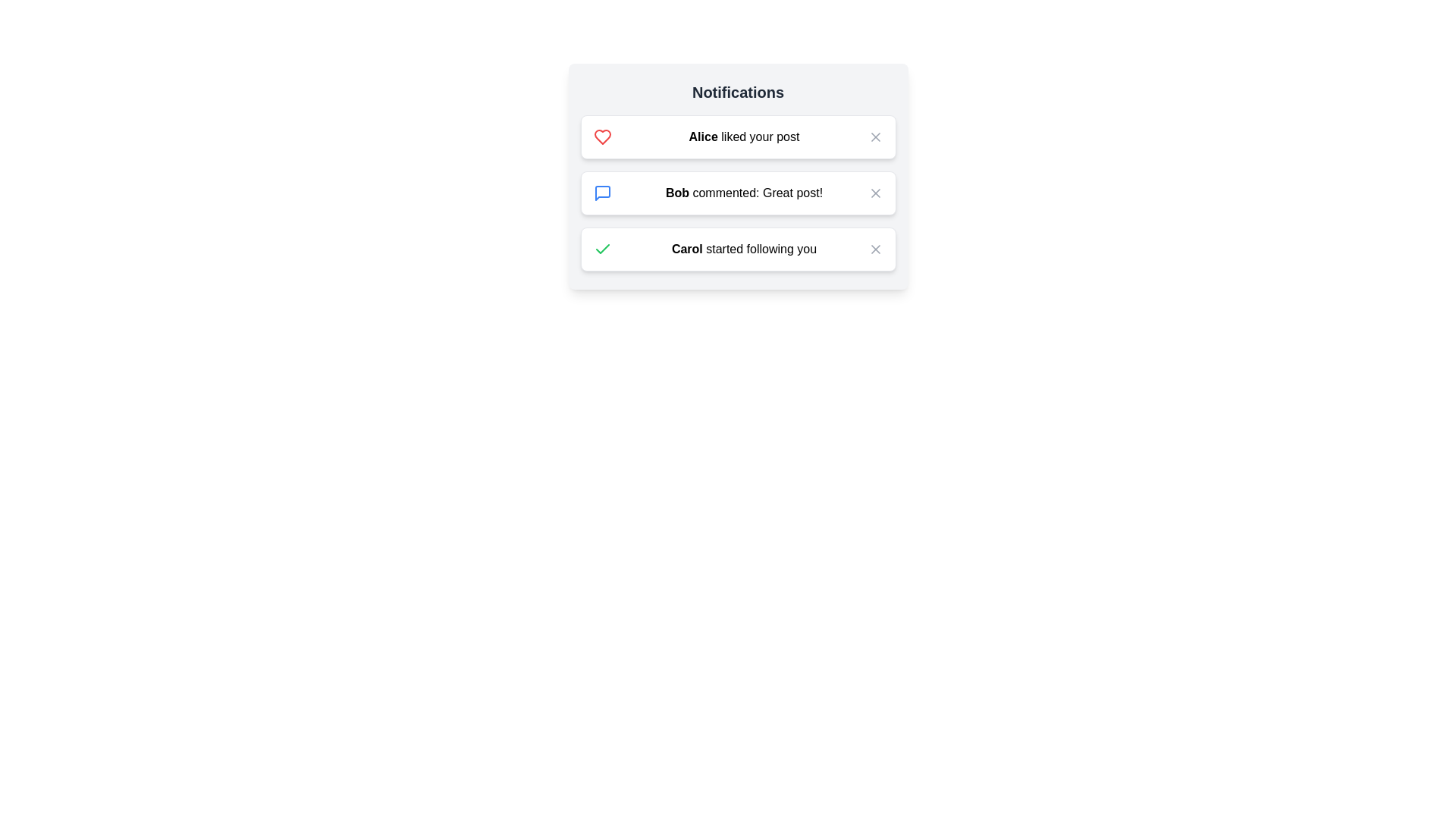  What do you see at coordinates (738, 248) in the screenshot?
I see `the third notification card that informs the user 'Carol started following' them in the Notifications section` at bounding box center [738, 248].